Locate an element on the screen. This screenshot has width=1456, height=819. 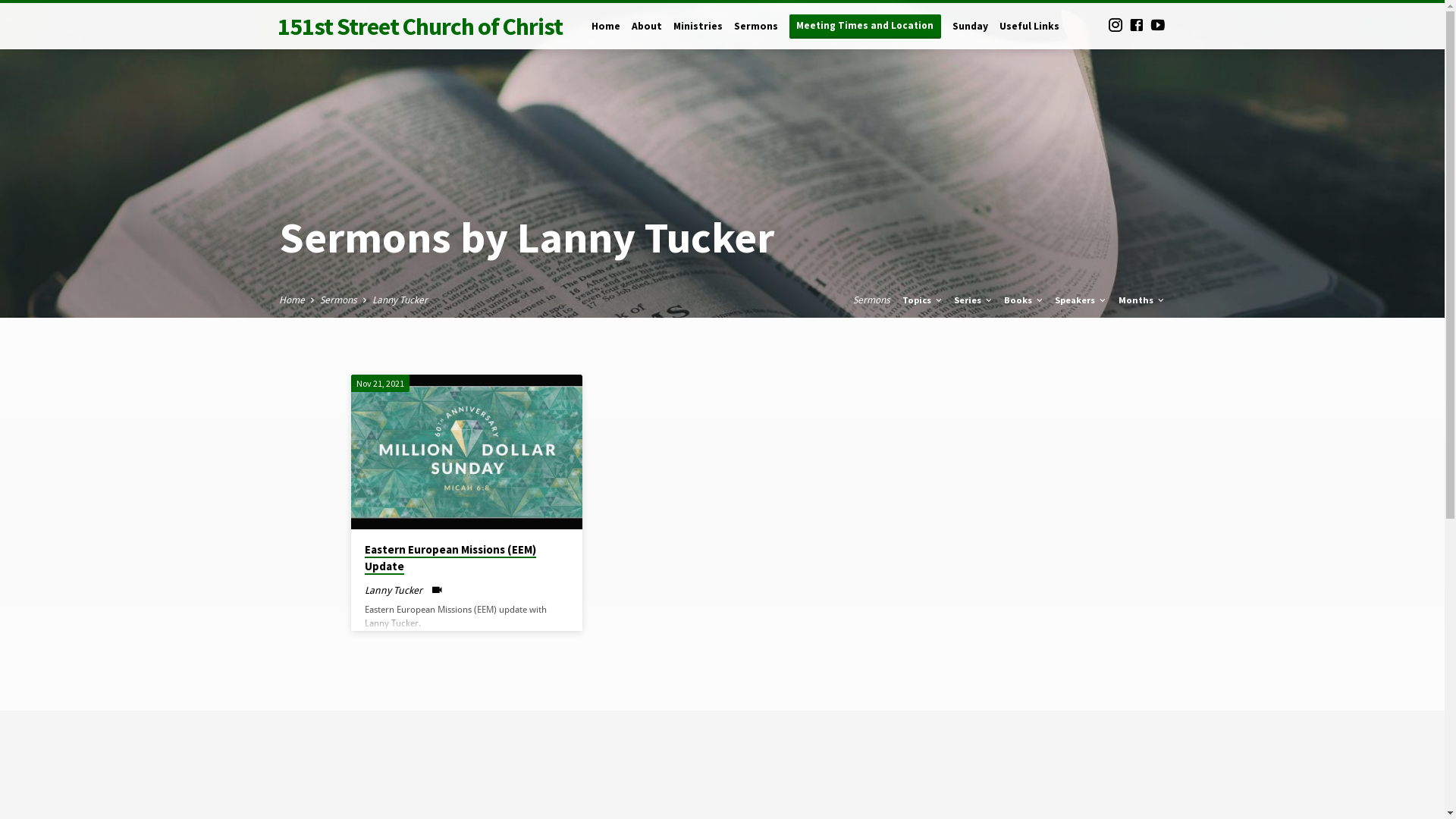
'Sermons' is located at coordinates (337, 300).